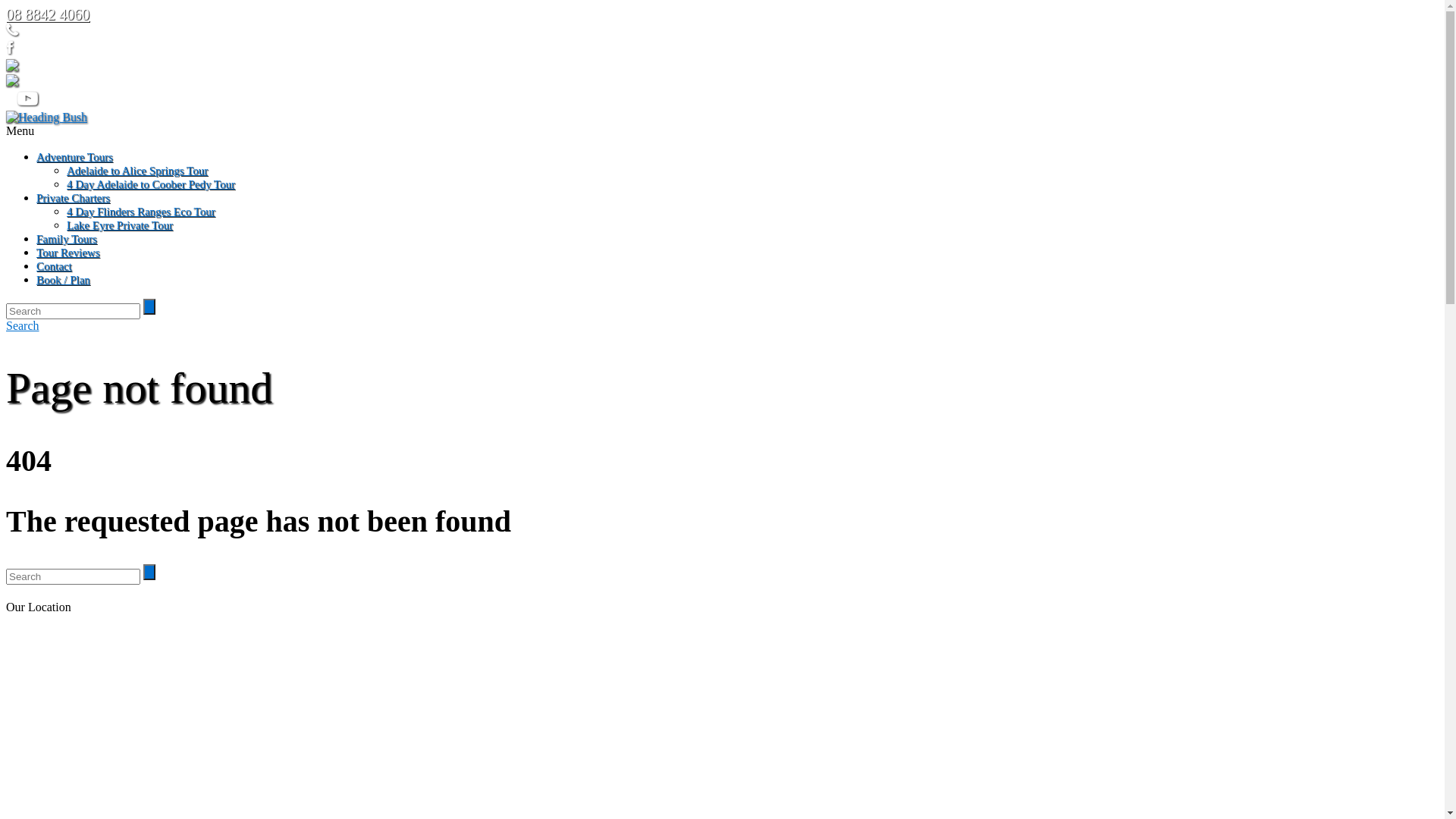 This screenshot has height=819, width=1456. What do you see at coordinates (22, 325) in the screenshot?
I see `'Search'` at bounding box center [22, 325].